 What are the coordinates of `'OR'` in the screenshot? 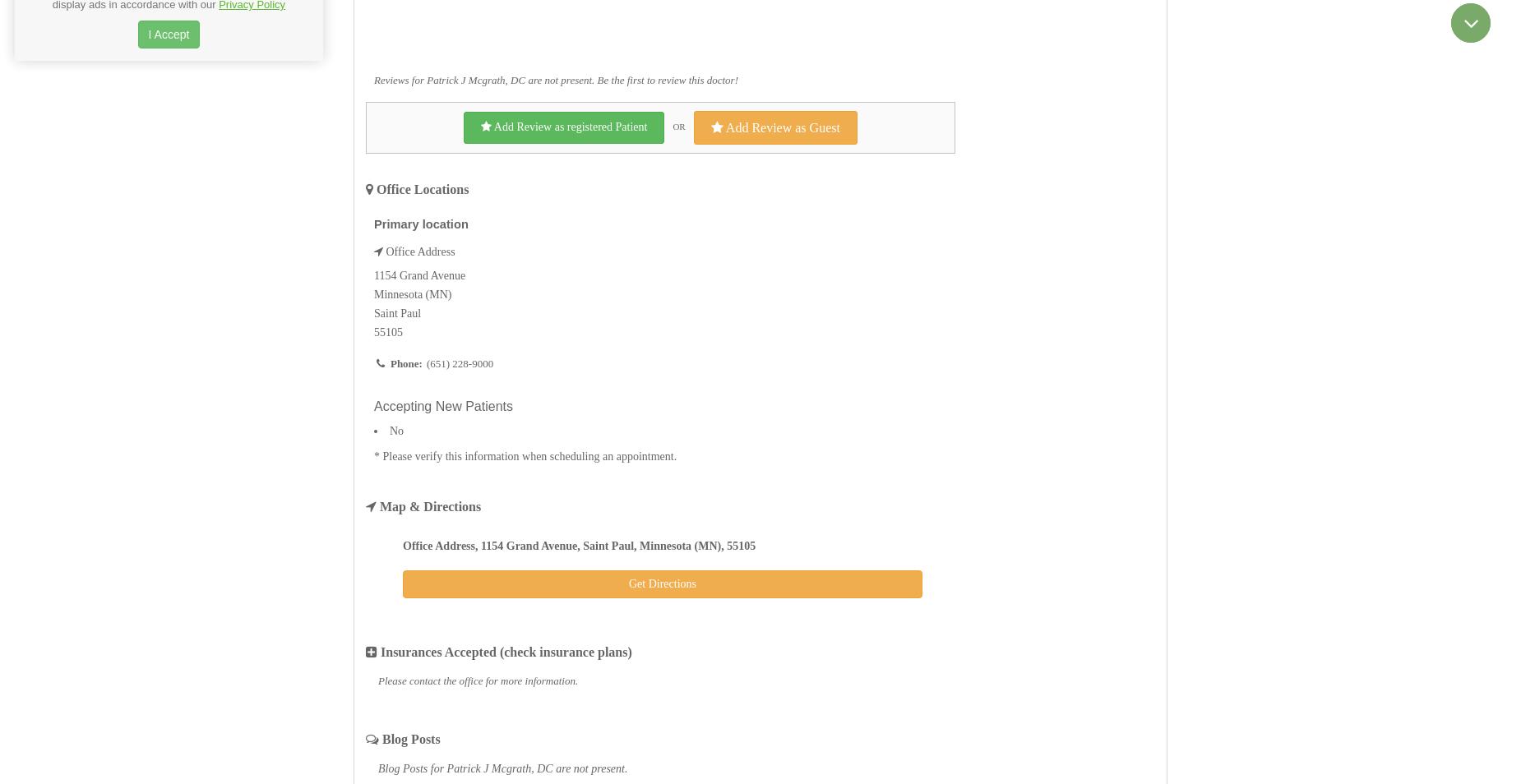 It's located at (673, 125).